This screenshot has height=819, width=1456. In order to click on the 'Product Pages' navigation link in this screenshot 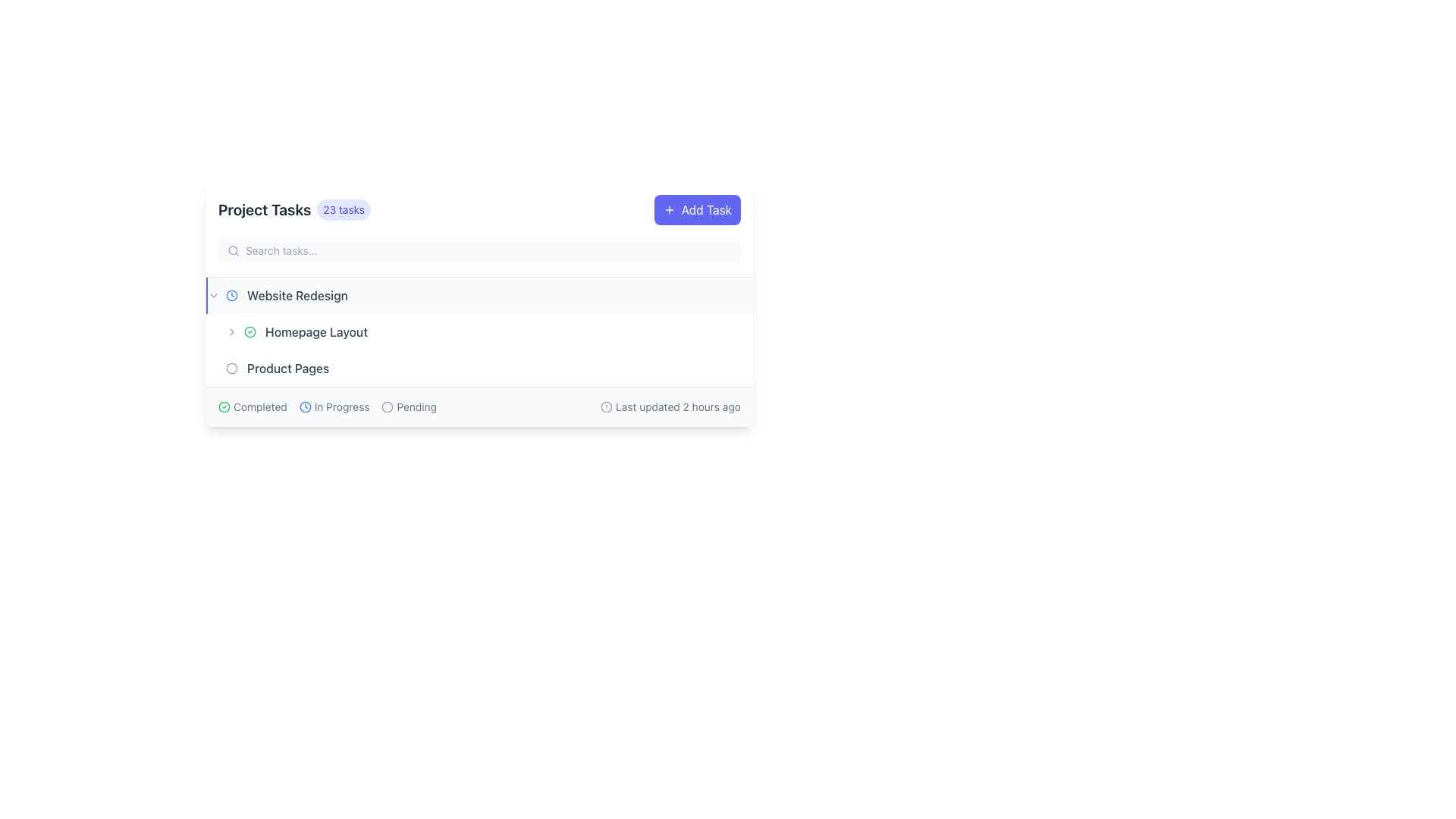, I will do `click(372, 369)`.